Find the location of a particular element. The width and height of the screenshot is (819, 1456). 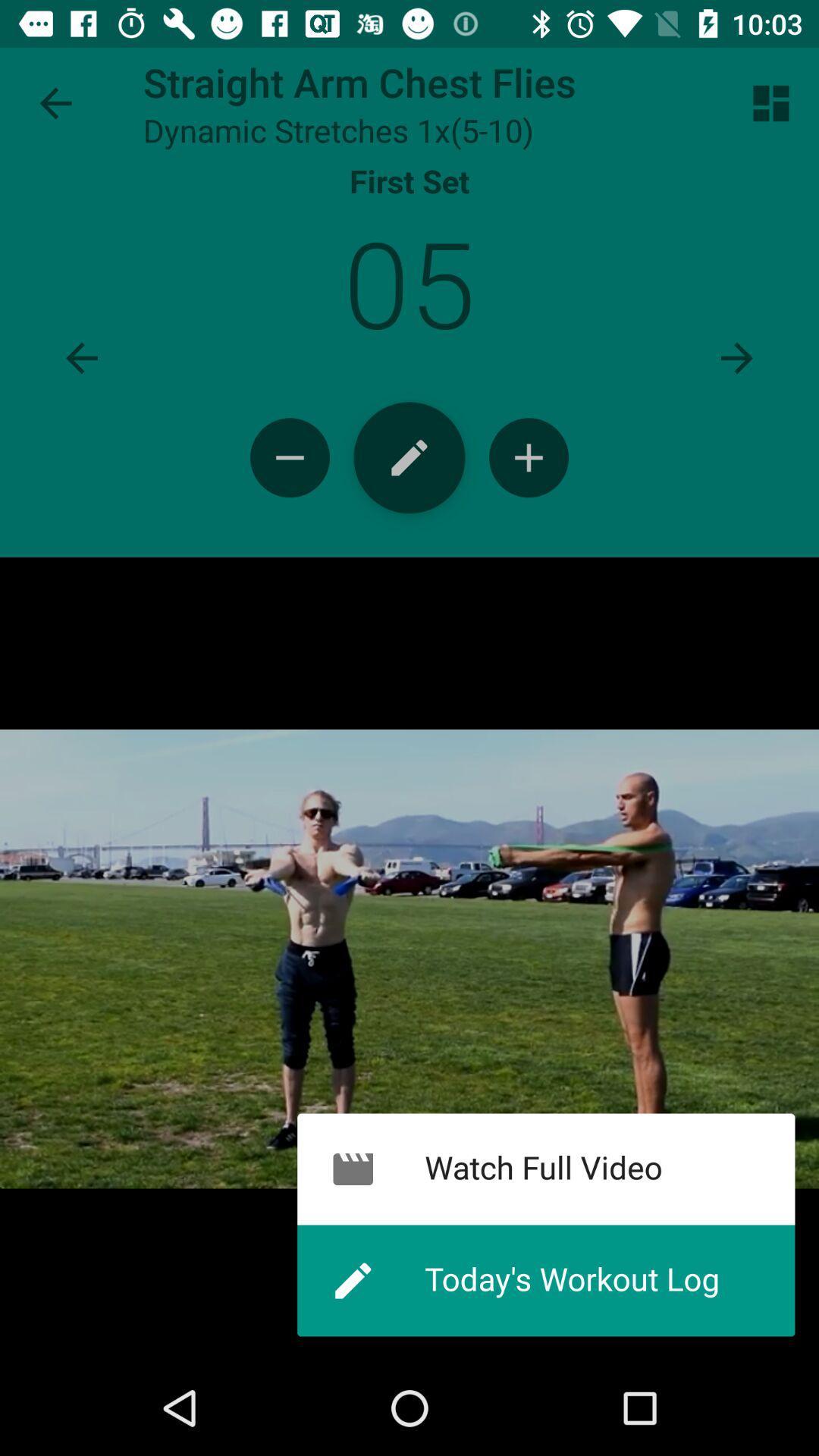

the add icon is located at coordinates (528, 490).